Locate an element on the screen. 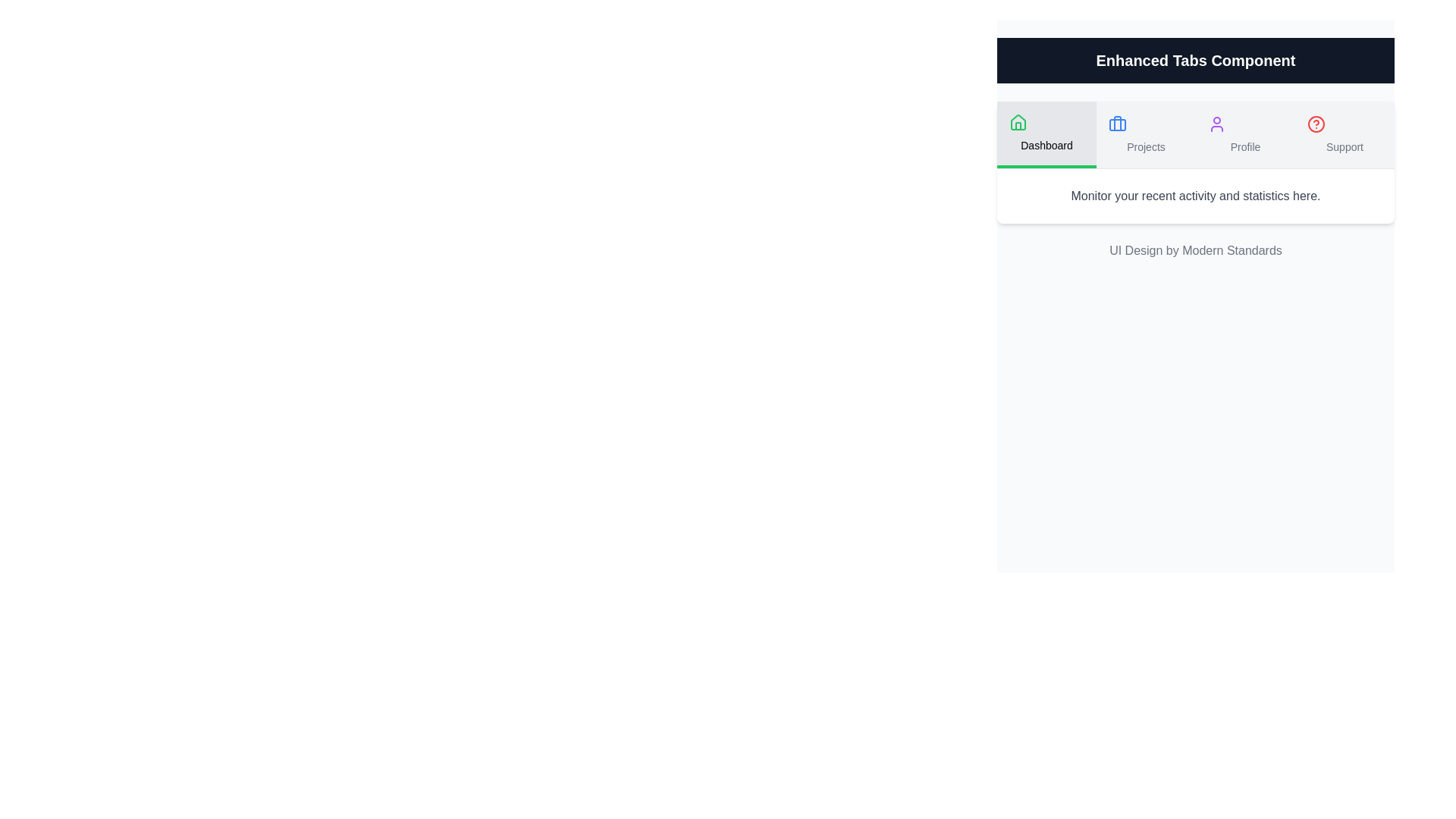 The width and height of the screenshot is (1456, 819). the 'Support' label, which displays the word 'Support' in gray color underneath a help circle icon in the header navigation bar is located at coordinates (1345, 146).